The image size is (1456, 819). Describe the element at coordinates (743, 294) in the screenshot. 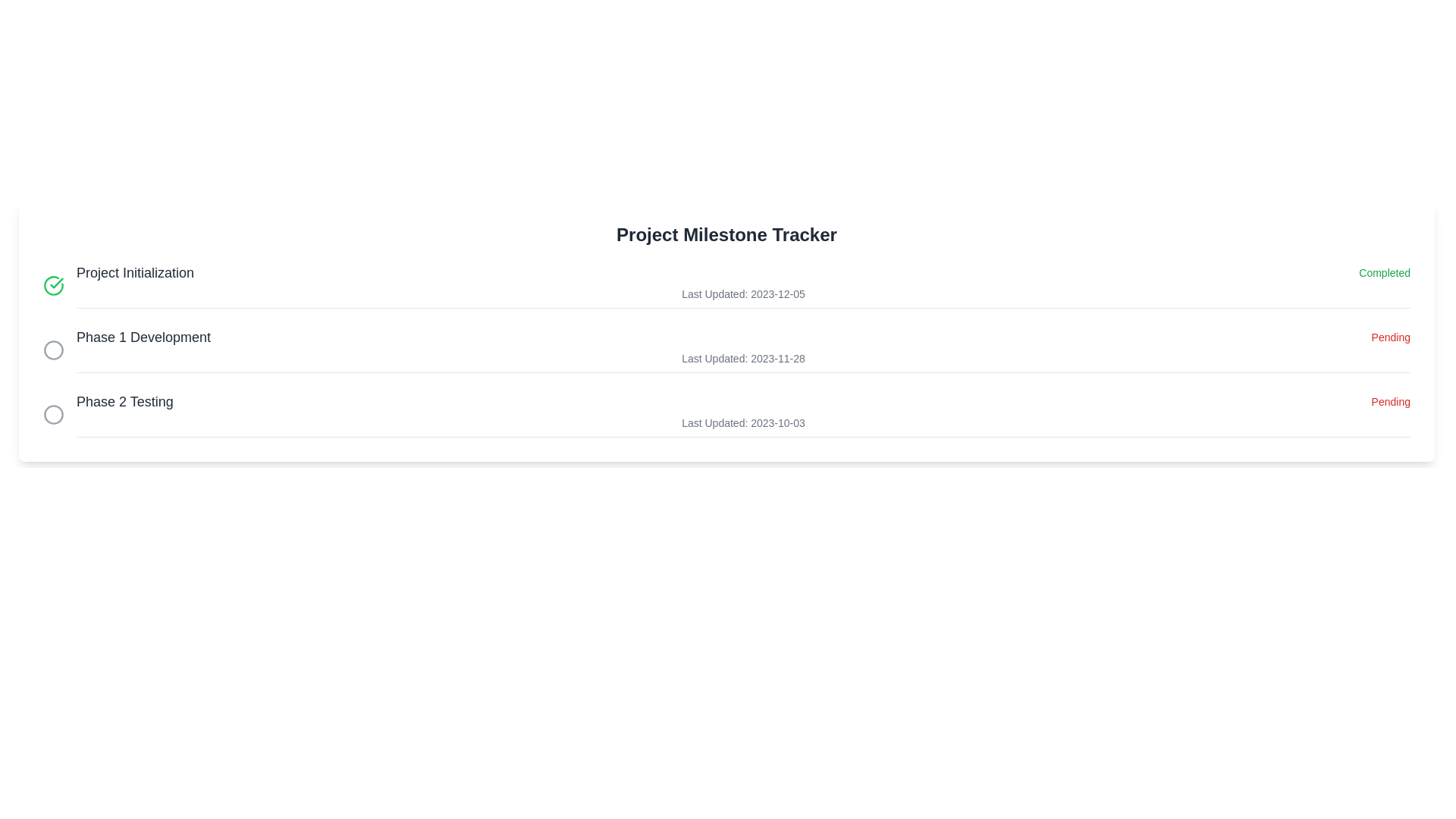

I see `the text label displaying 'Last Updated: 2023-12-05', which is located below the 'Project Initialization' header in the milestone tracker` at that location.